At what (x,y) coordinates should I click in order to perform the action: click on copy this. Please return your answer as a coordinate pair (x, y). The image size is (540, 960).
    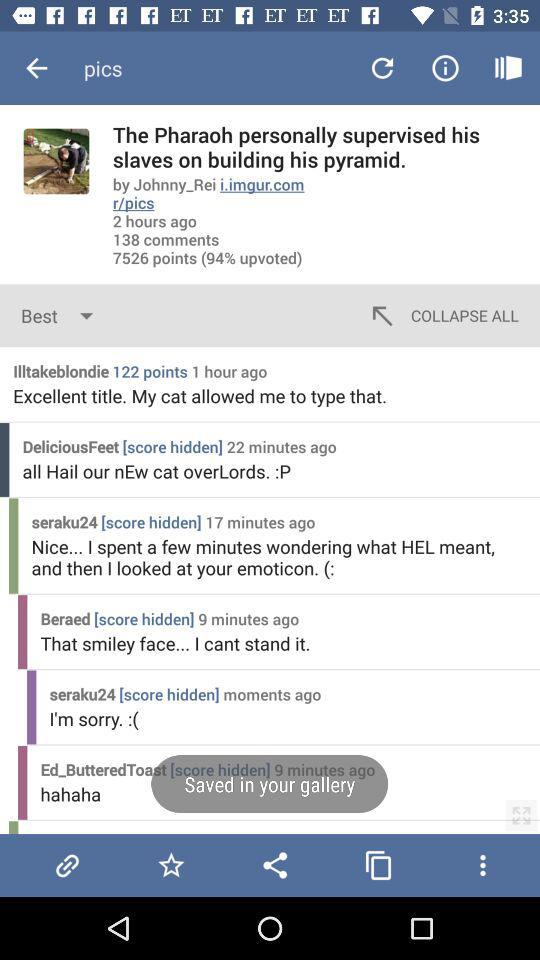
    Looking at the image, I should click on (378, 864).